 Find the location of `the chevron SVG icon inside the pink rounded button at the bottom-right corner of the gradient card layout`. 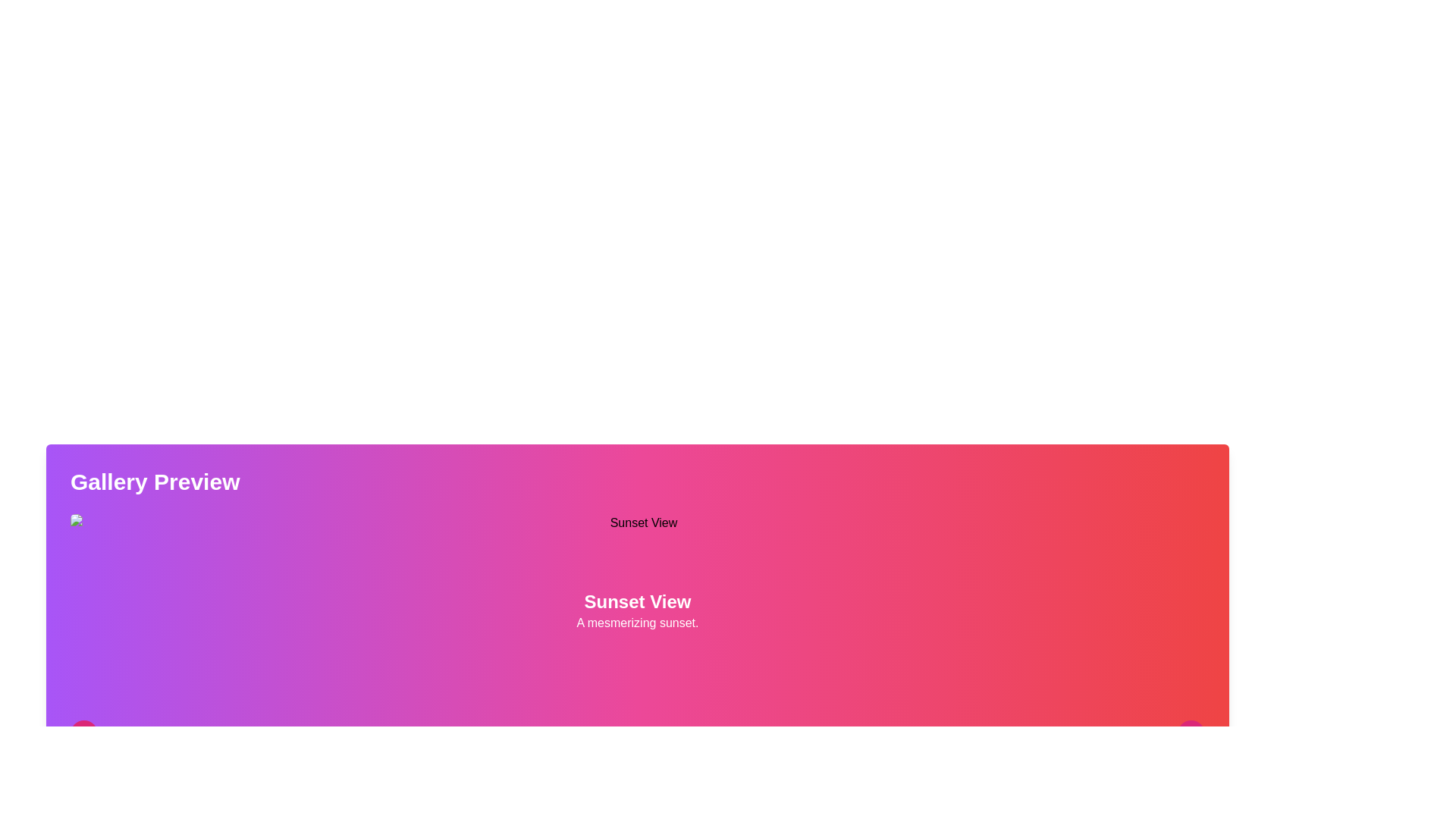

the chevron SVG icon inside the pink rounded button at the bottom-right corner of the gradient card layout is located at coordinates (1190, 733).